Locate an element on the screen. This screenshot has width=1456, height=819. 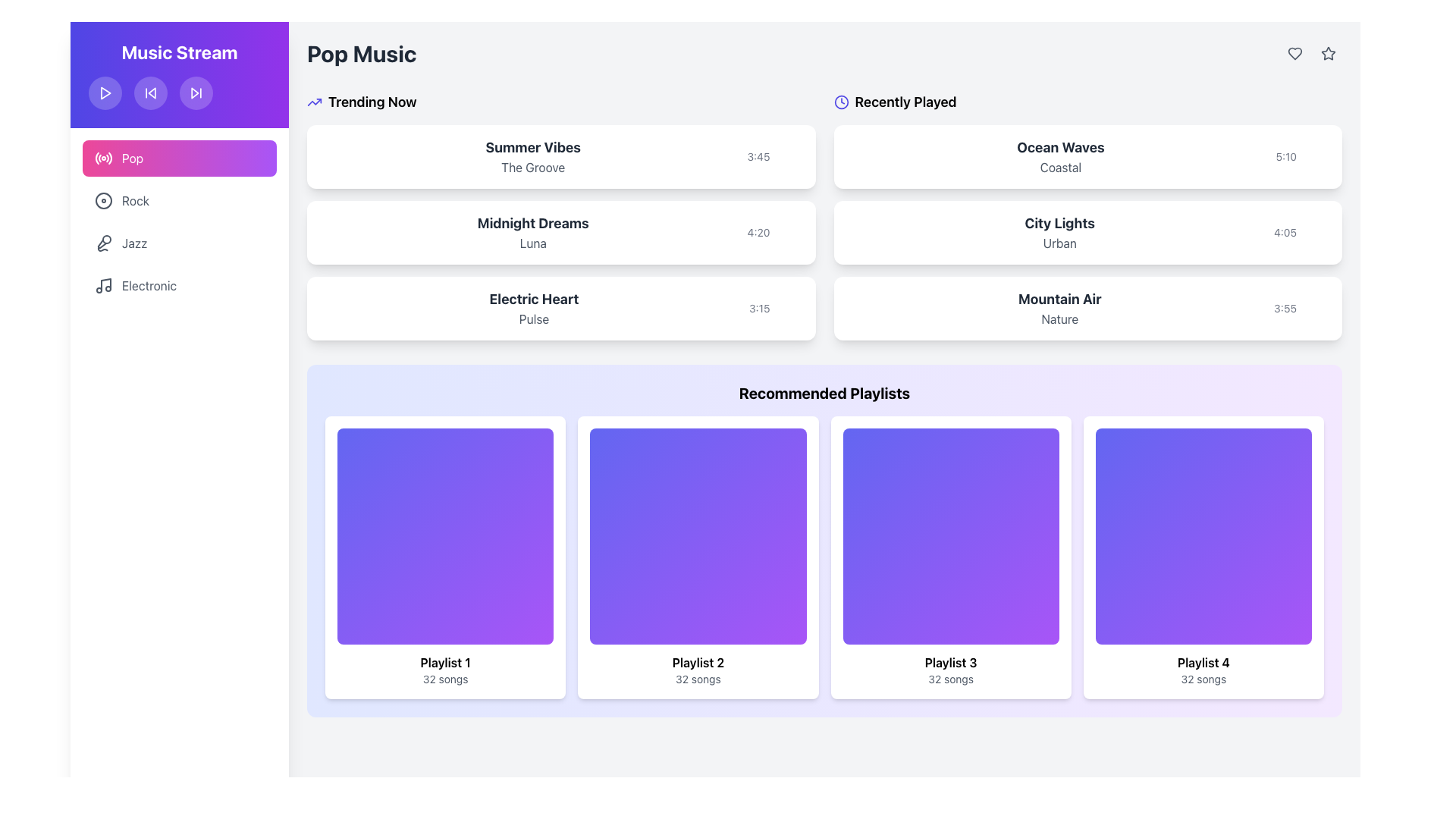
text label displaying 'Pop', which is styled with white text on a gradient background from pink to purple, located in the left sidebar of the interface, positioned centrally within a rounded rectangle is located at coordinates (133, 158).